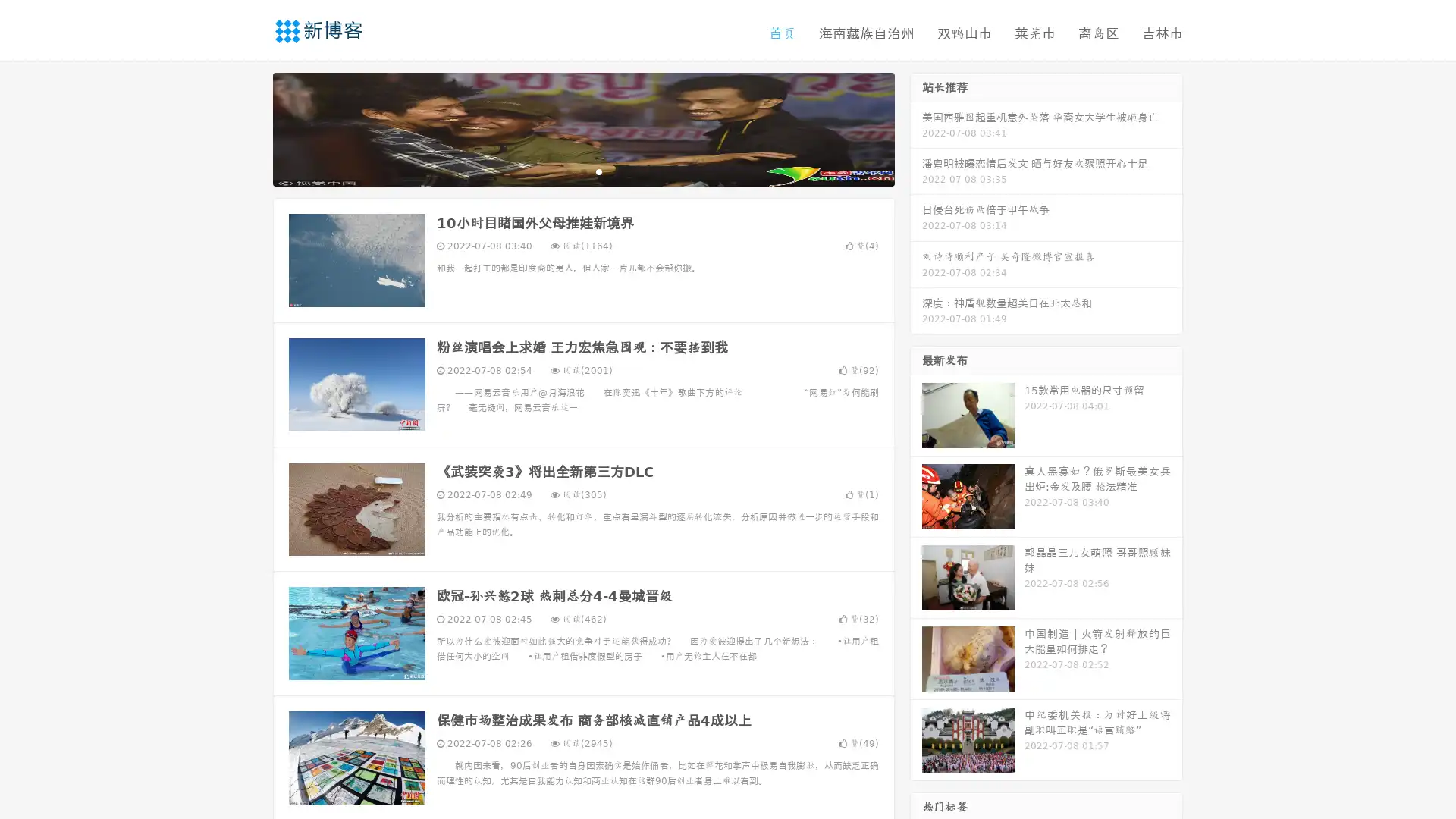  I want to click on Next slide, so click(916, 127).